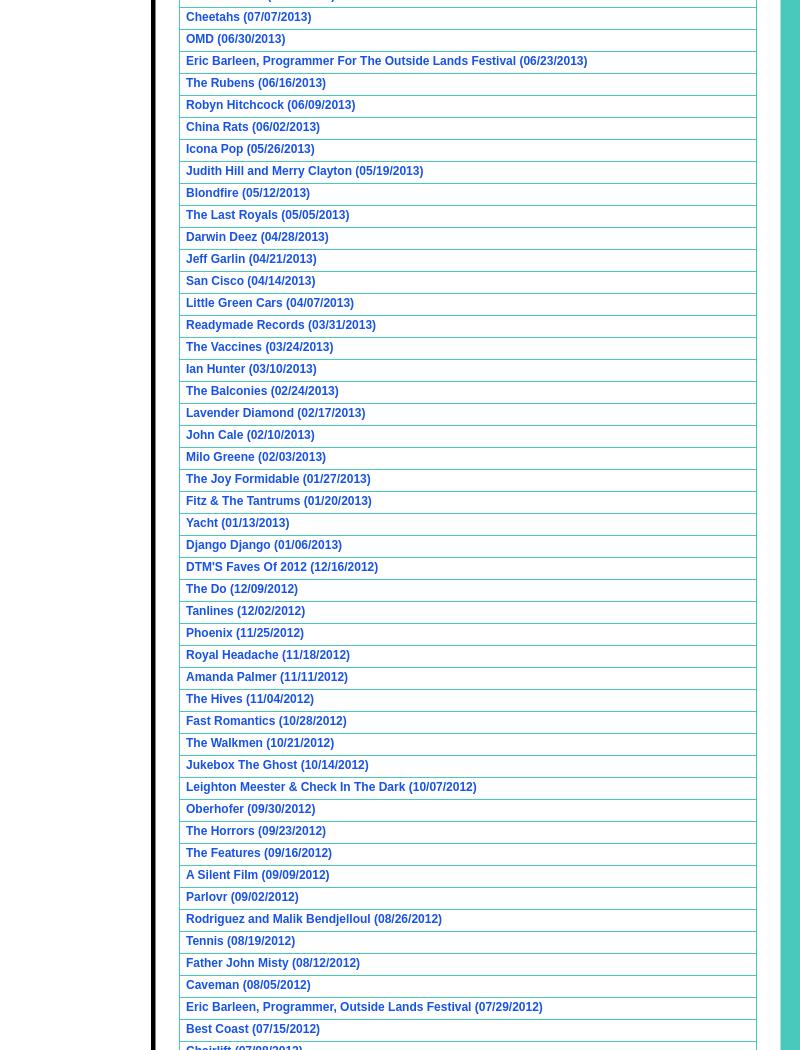  What do you see at coordinates (252, 126) in the screenshot?
I see `'China Rats (06/02/2013)'` at bounding box center [252, 126].